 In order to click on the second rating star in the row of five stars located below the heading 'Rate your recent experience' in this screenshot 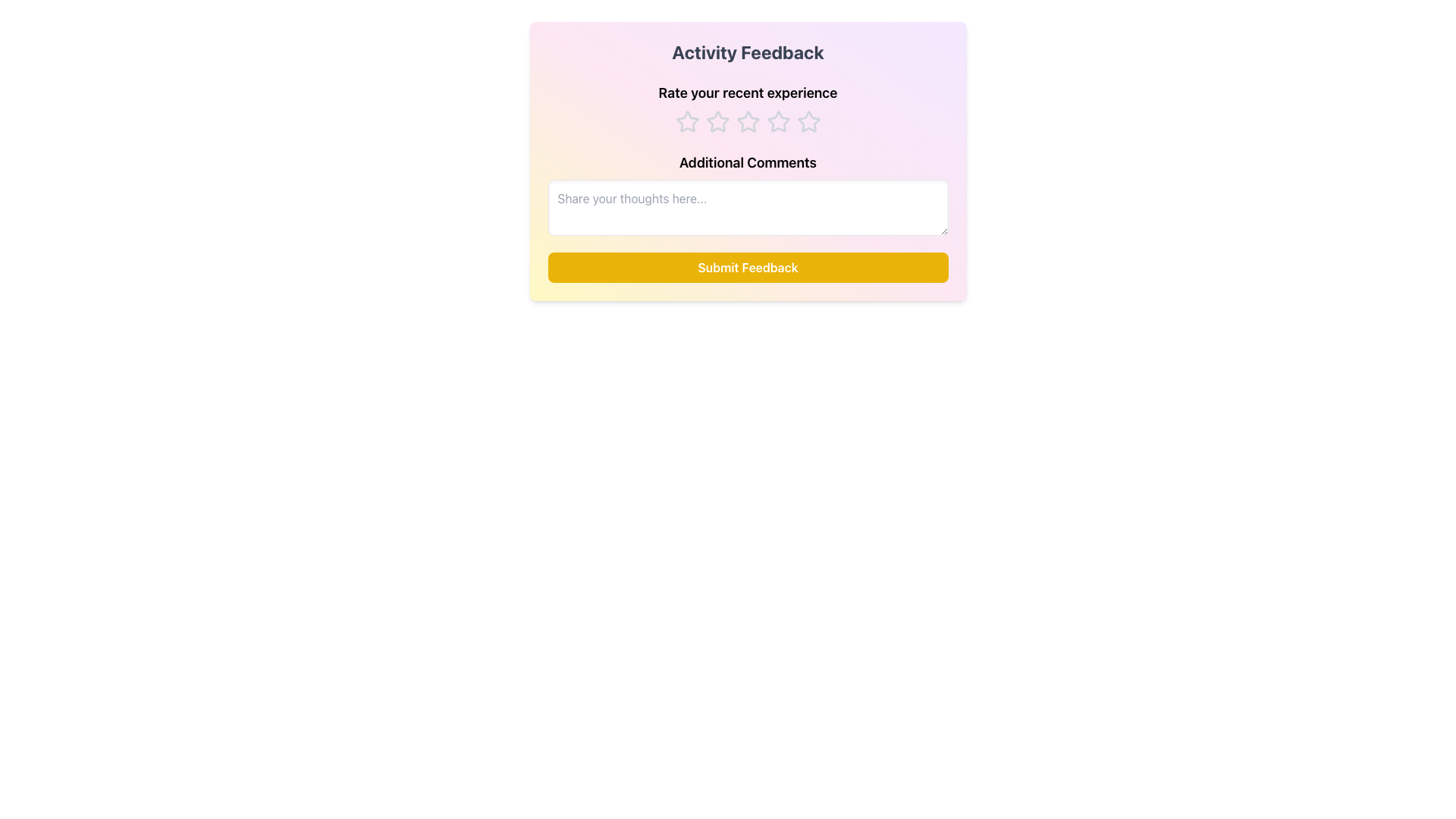, I will do `click(717, 121)`.